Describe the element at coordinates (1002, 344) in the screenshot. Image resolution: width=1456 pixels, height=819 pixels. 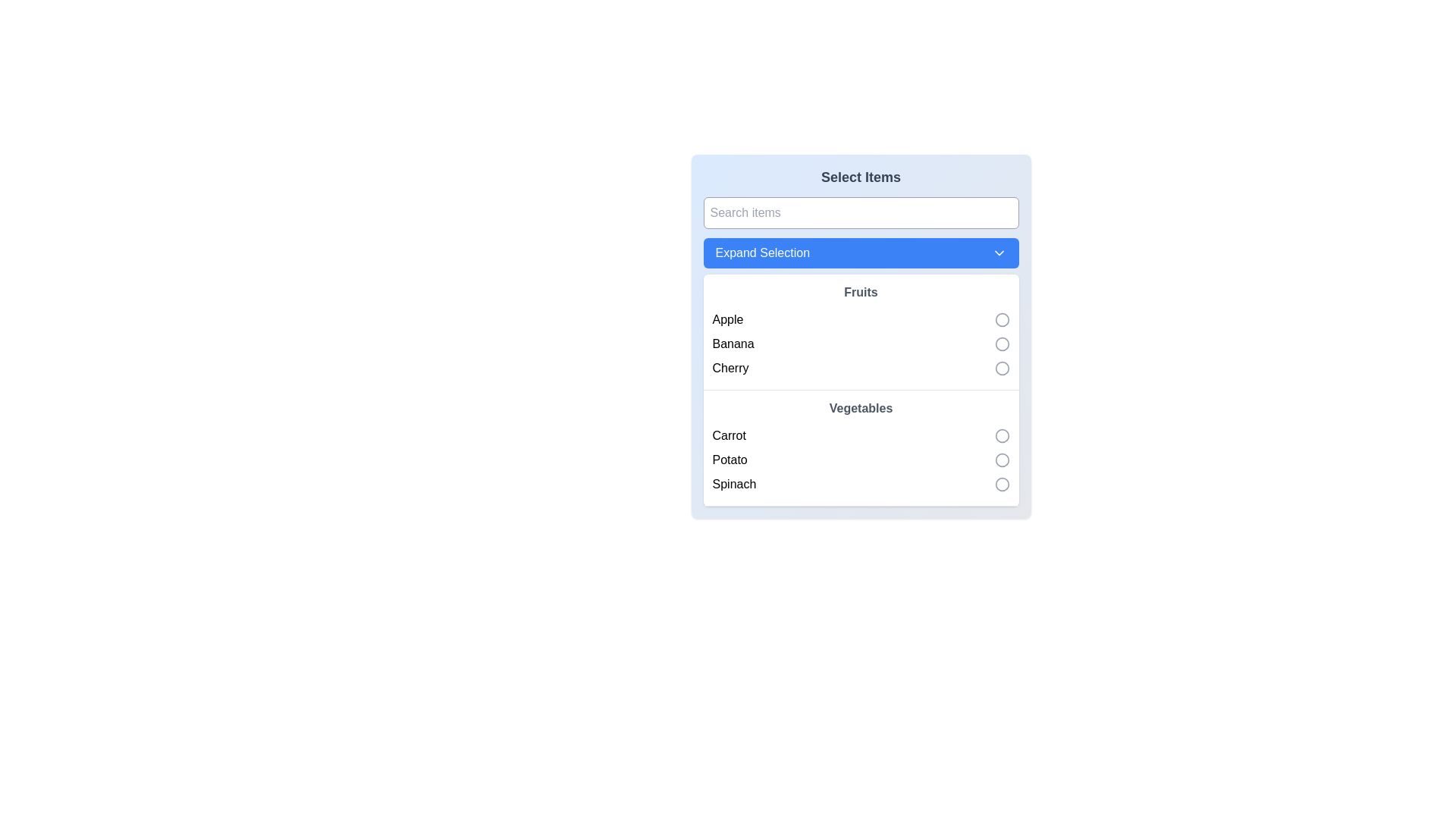
I see `the radio button next to the 'Banana' item in the 'Fruits' section` at that location.